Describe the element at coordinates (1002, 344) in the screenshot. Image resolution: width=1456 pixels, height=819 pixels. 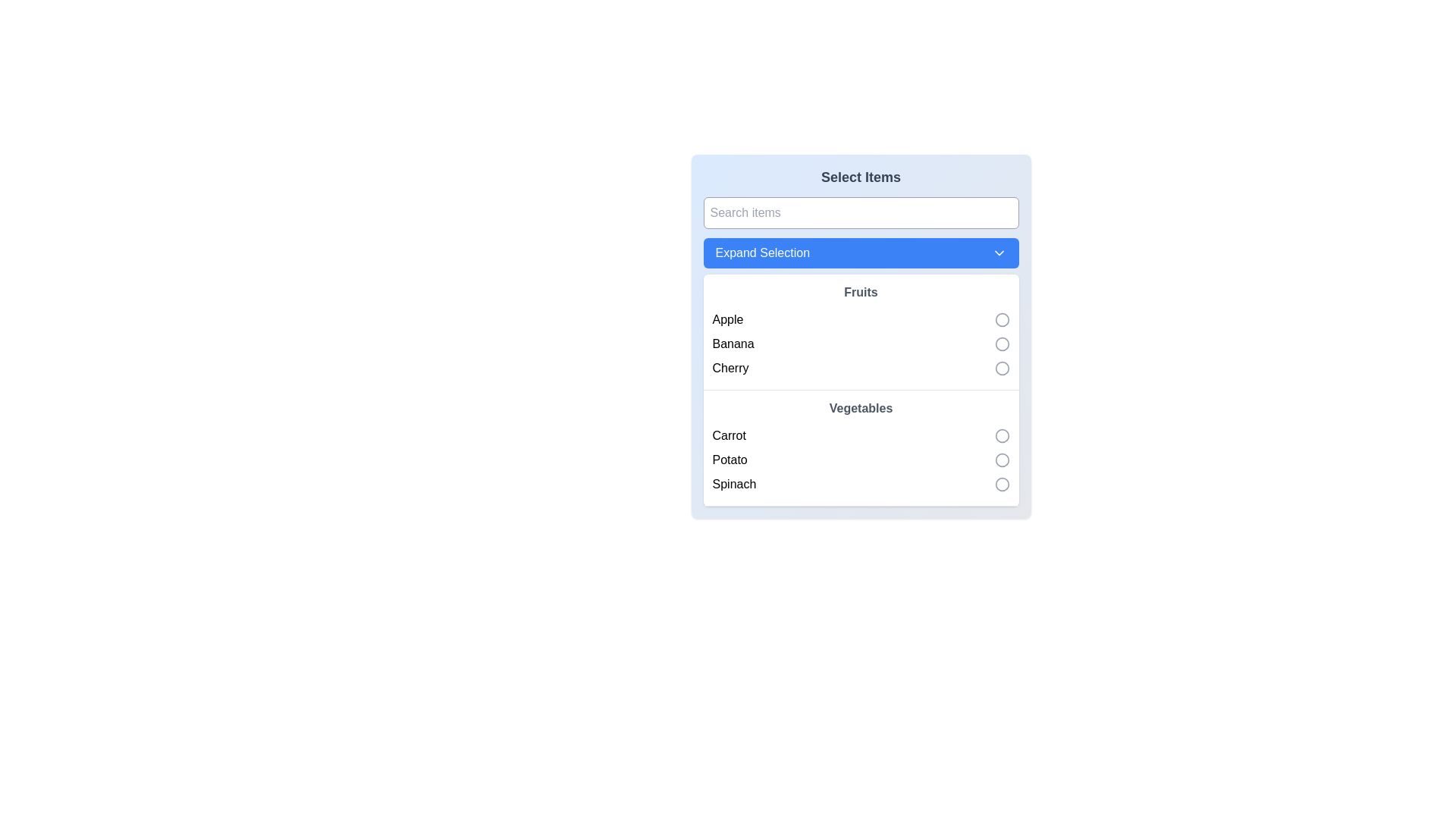
I see `the radio button next to the 'Banana' item in the 'Fruits' section` at that location.